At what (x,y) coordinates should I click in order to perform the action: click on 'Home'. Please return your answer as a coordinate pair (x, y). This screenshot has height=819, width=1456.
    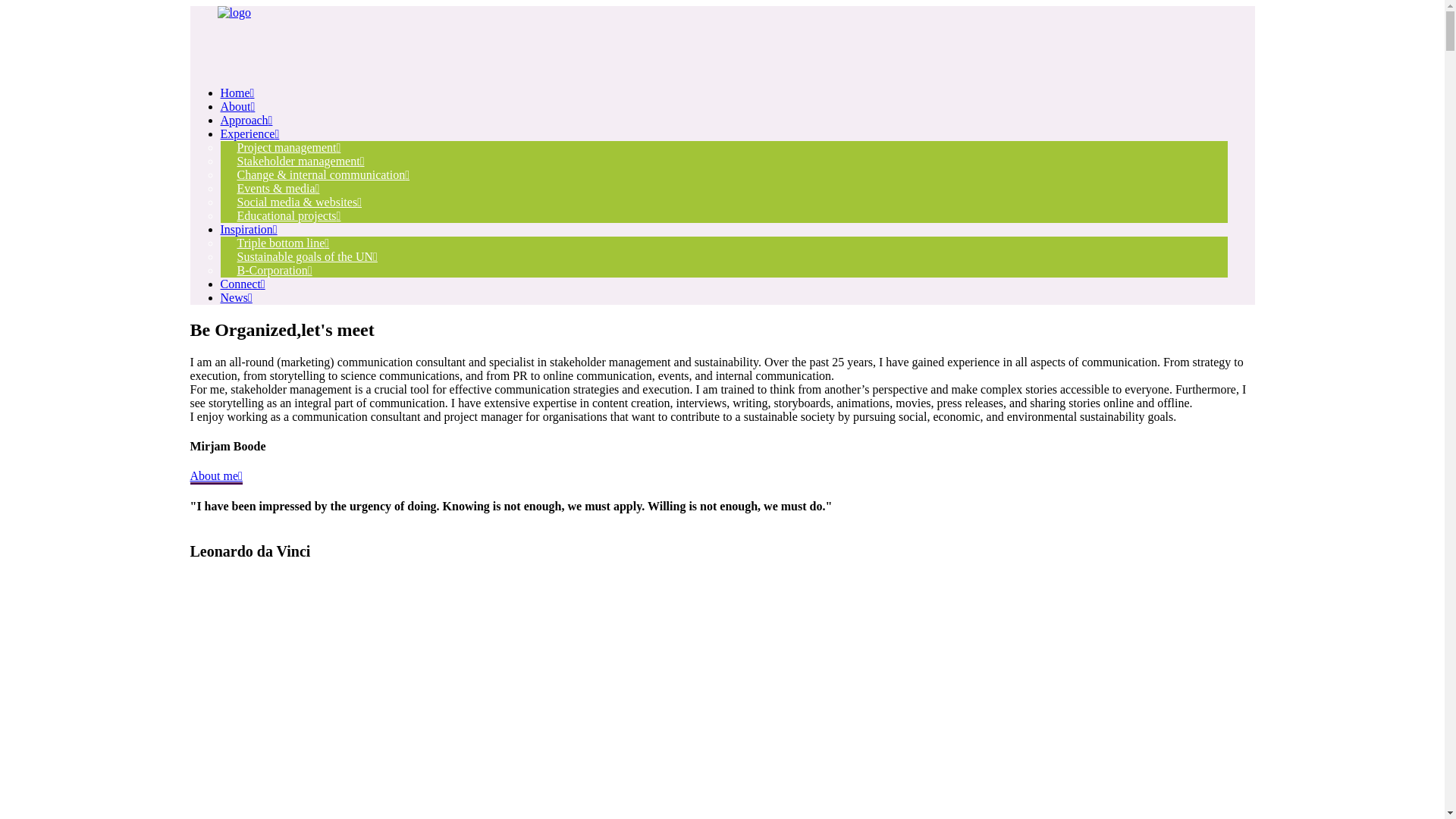
    Looking at the image, I should click on (236, 93).